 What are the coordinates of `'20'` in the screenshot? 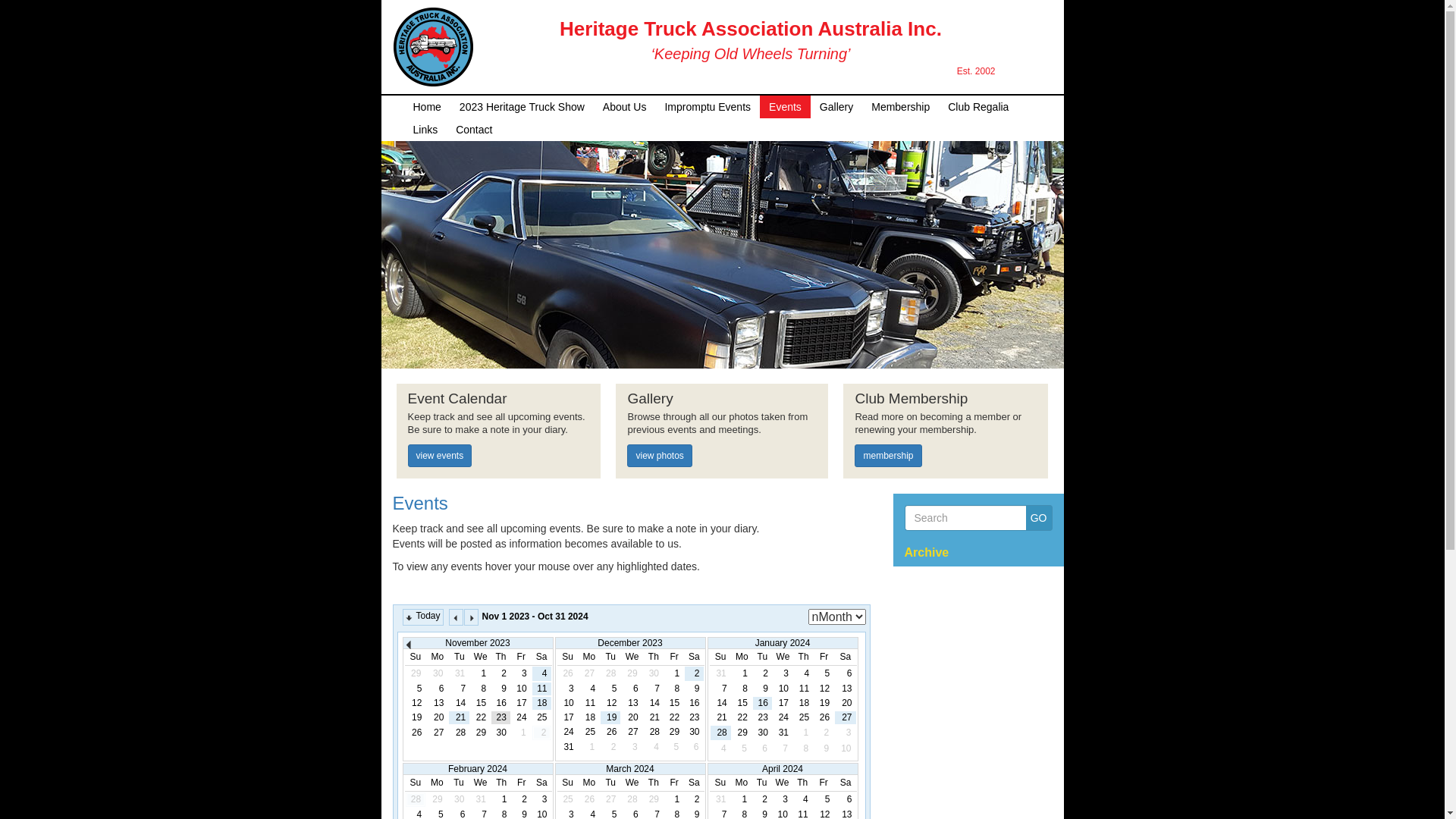 It's located at (844, 703).